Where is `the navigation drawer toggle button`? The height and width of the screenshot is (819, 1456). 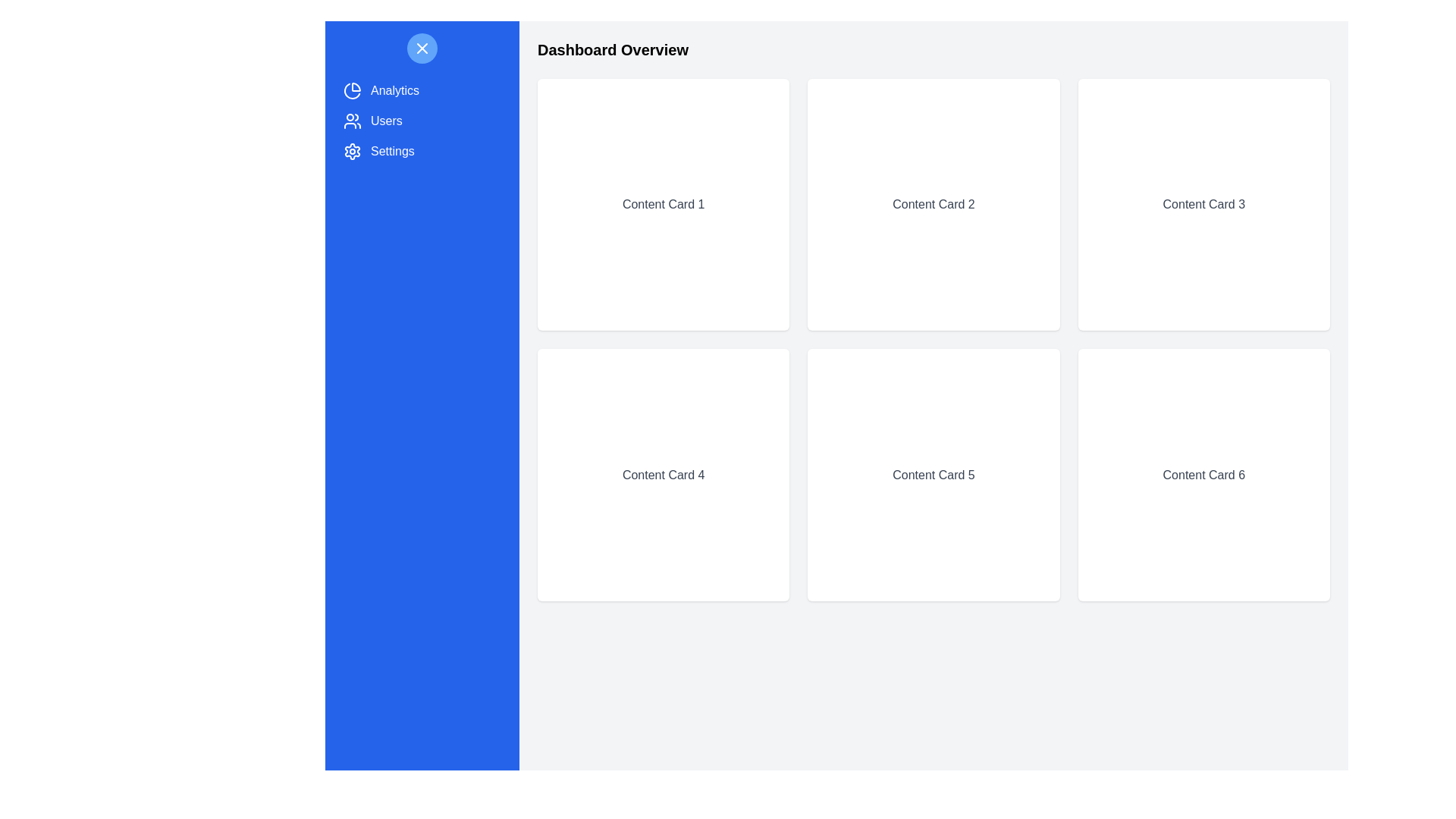 the navigation drawer toggle button is located at coordinates (422, 48).